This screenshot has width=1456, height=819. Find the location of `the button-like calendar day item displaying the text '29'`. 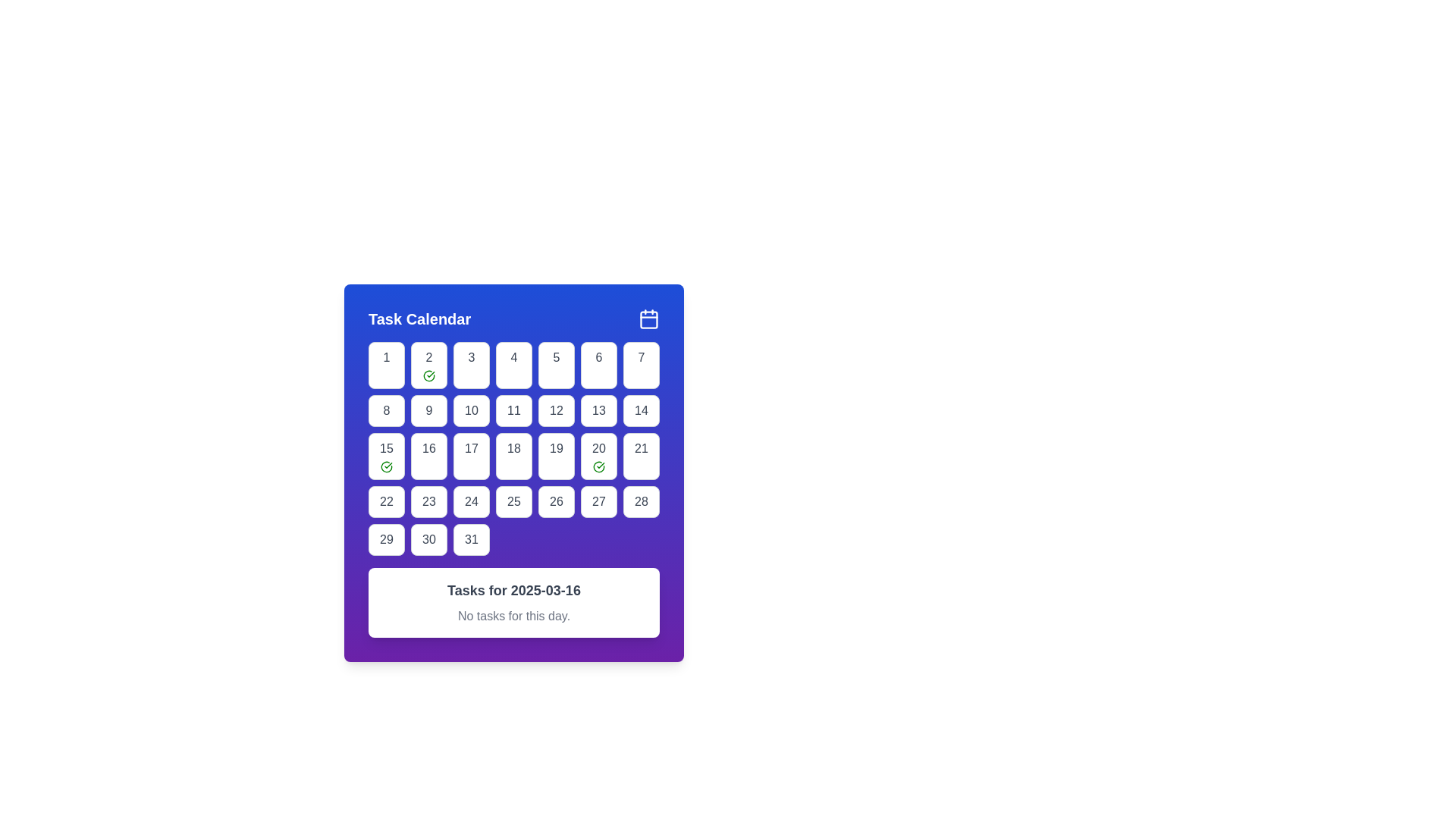

the button-like calendar day item displaying the text '29' is located at coordinates (386, 539).